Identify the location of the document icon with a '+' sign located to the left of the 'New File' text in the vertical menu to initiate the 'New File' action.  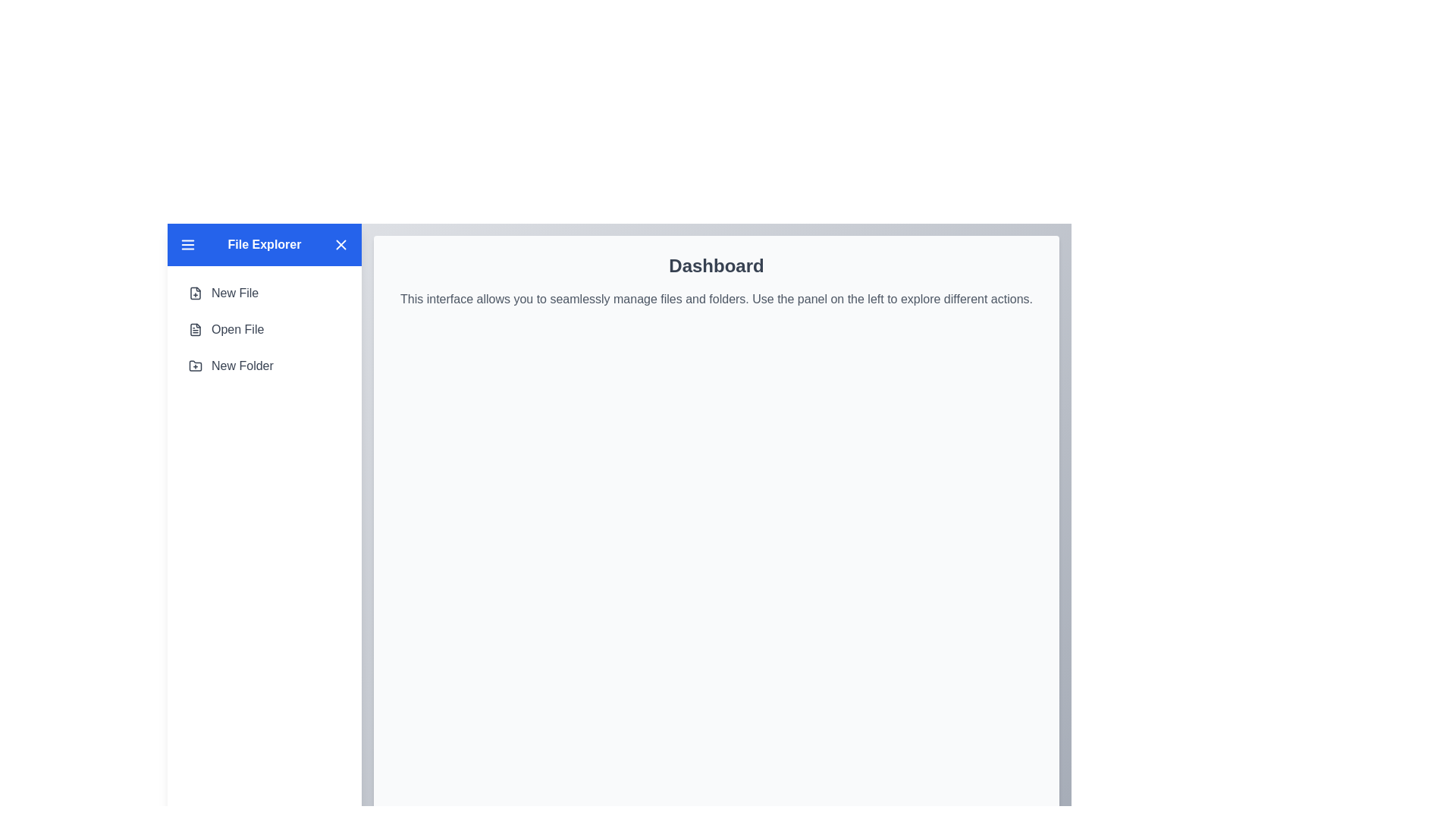
(195, 293).